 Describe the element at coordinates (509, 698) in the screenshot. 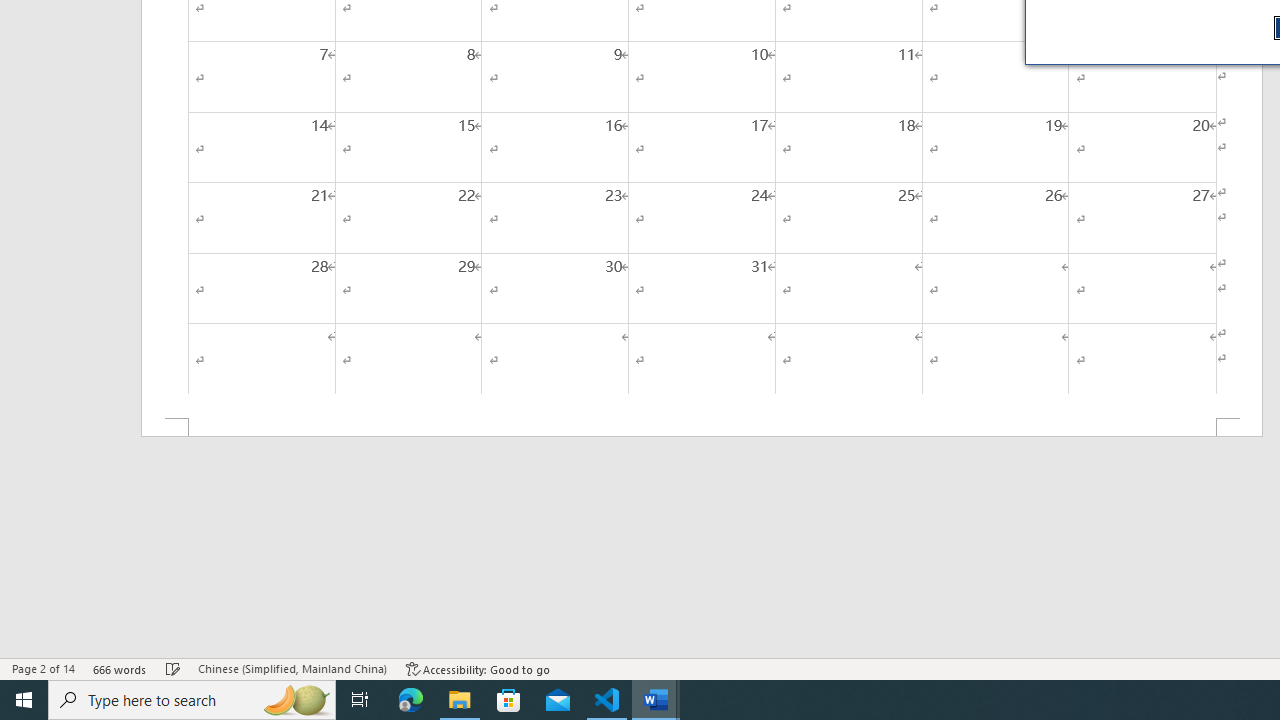

I see `'Microsoft Store'` at that location.